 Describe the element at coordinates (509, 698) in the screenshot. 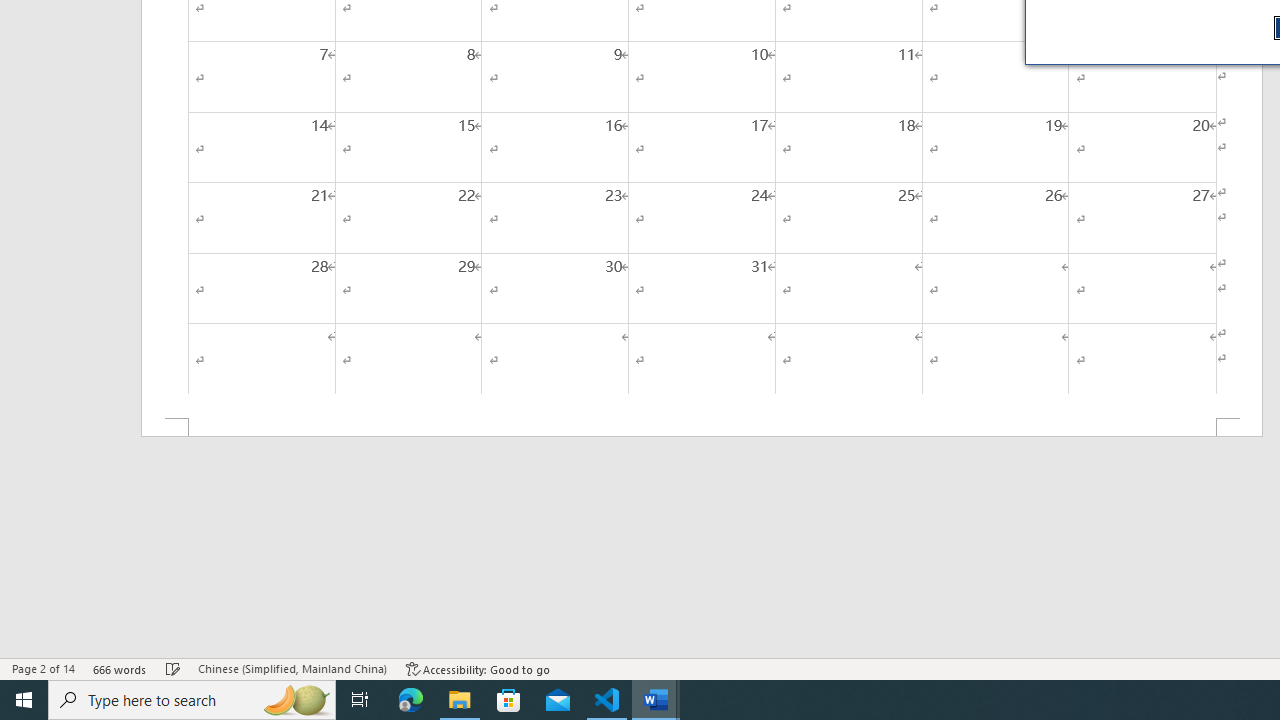

I see `'Microsoft Store'` at that location.